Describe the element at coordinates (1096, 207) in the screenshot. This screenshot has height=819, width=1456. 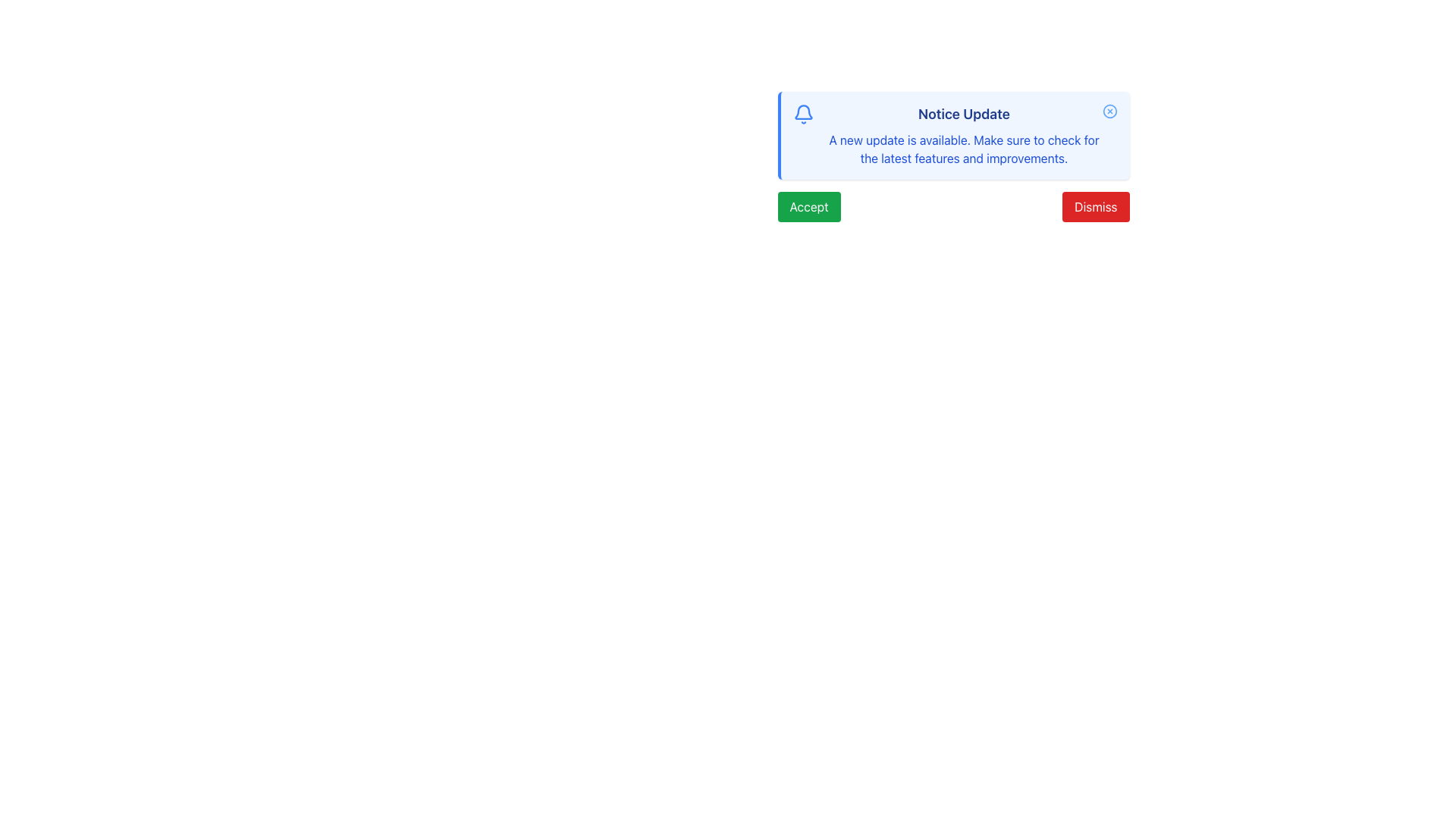
I see `the dismiss button located at the bottom-right corner of the notification box` at that location.